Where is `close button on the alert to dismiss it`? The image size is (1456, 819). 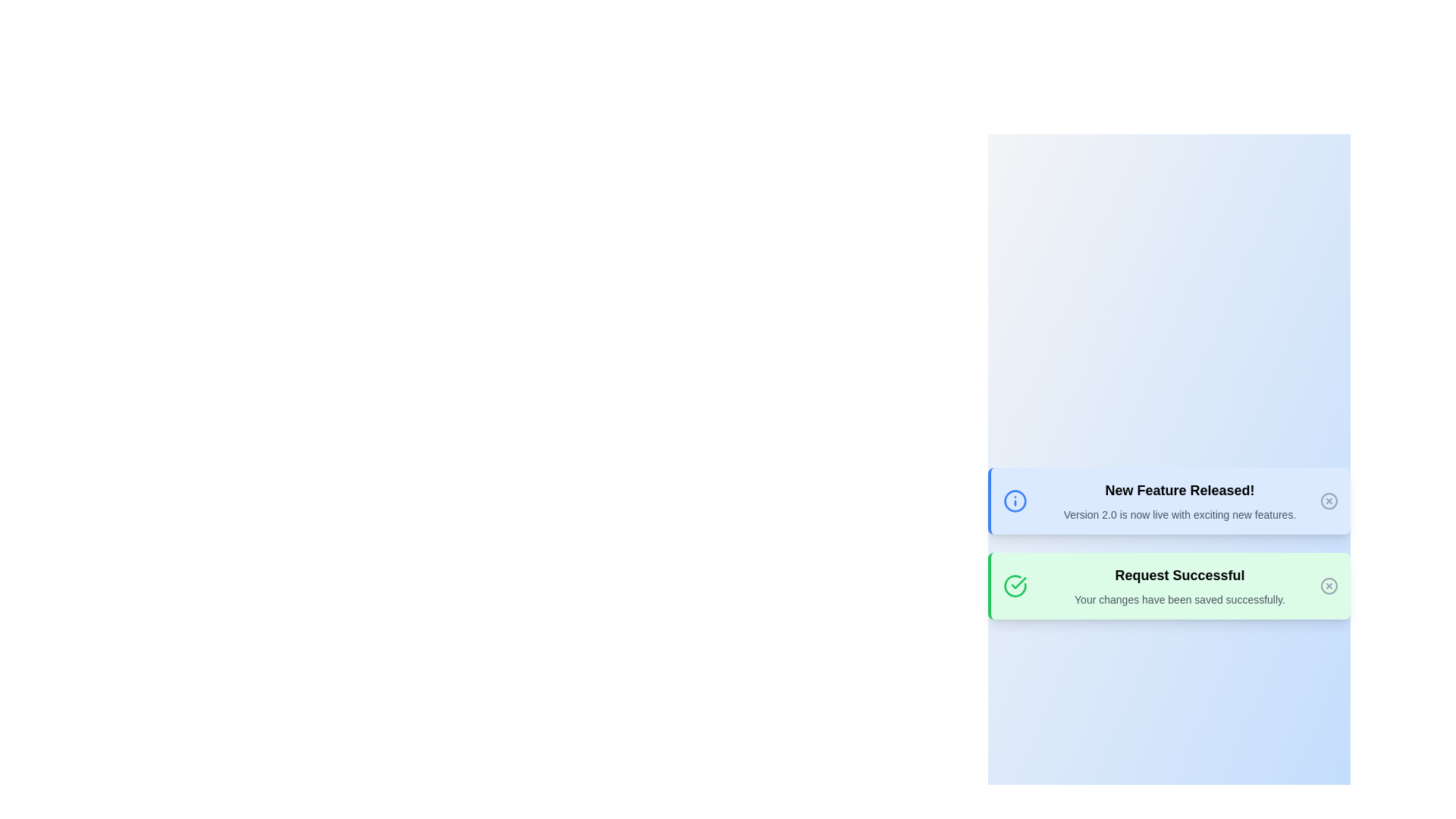 close button on the alert to dismiss it is located at coordinates (1328, 500).